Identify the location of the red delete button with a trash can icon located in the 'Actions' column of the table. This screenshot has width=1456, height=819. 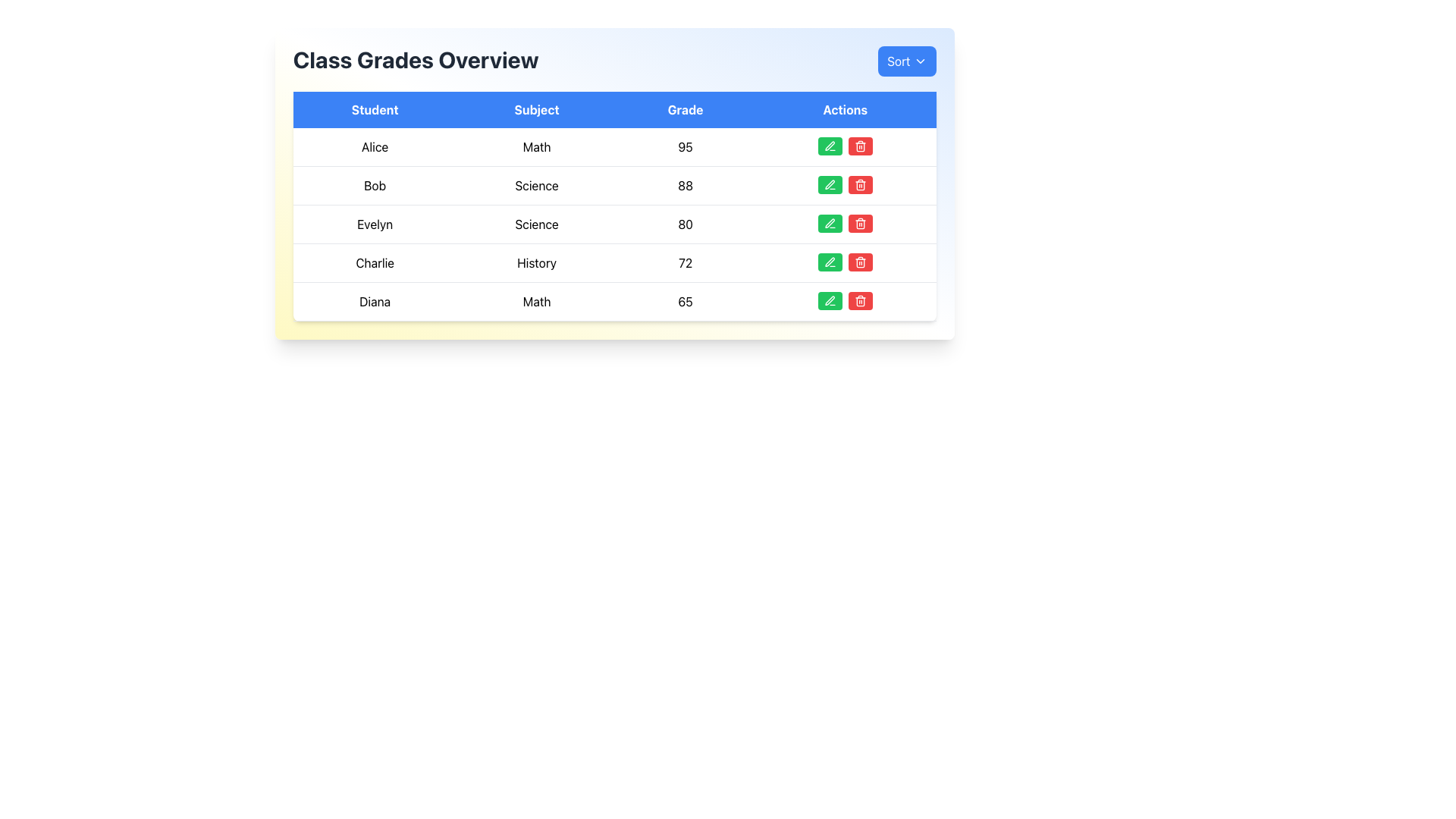
(860, 146).